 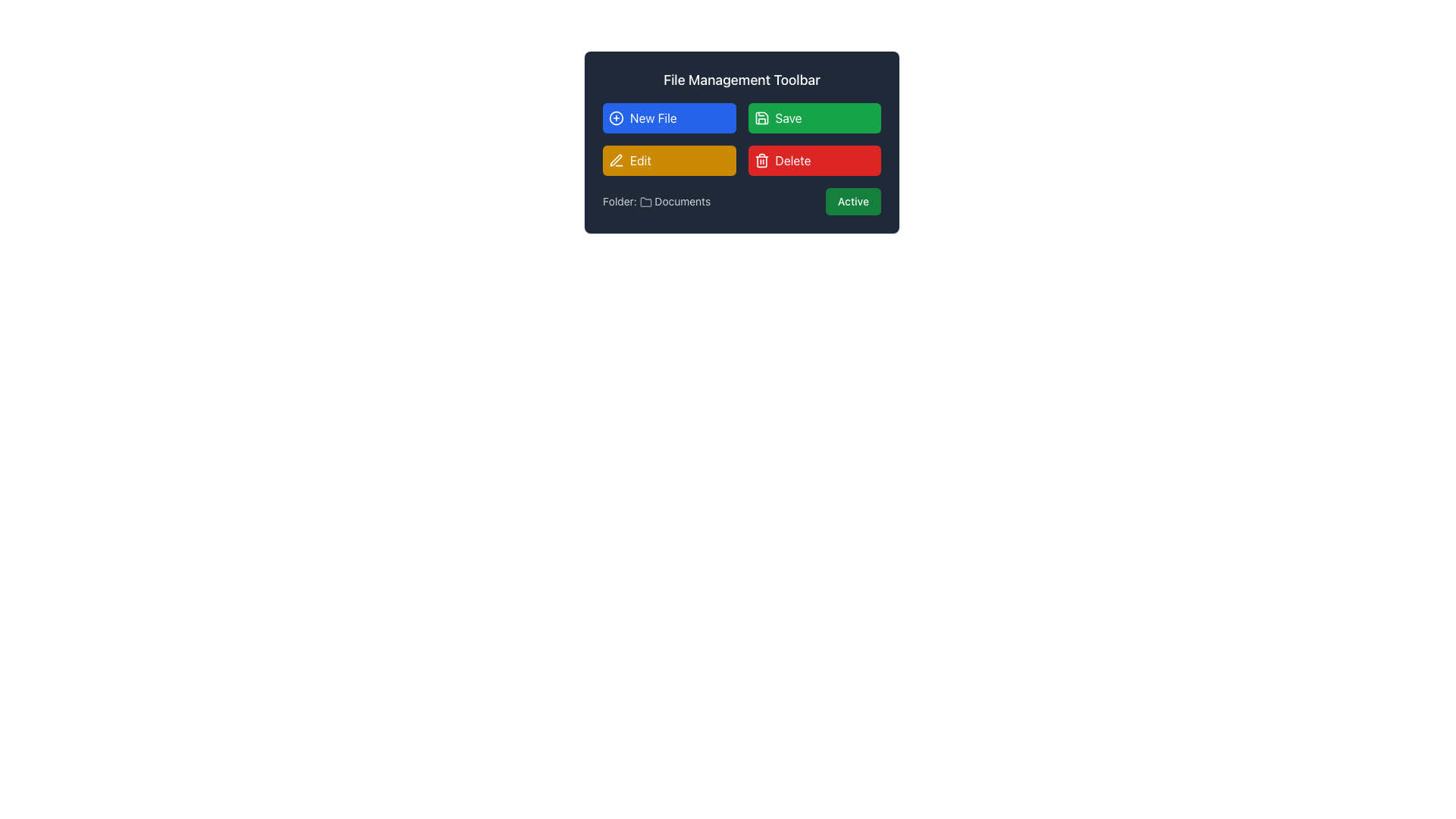 I want to click on the 'Delete' text label located under the trash icon in the top-right portion of the toolbar, so click(x=792, y=161).